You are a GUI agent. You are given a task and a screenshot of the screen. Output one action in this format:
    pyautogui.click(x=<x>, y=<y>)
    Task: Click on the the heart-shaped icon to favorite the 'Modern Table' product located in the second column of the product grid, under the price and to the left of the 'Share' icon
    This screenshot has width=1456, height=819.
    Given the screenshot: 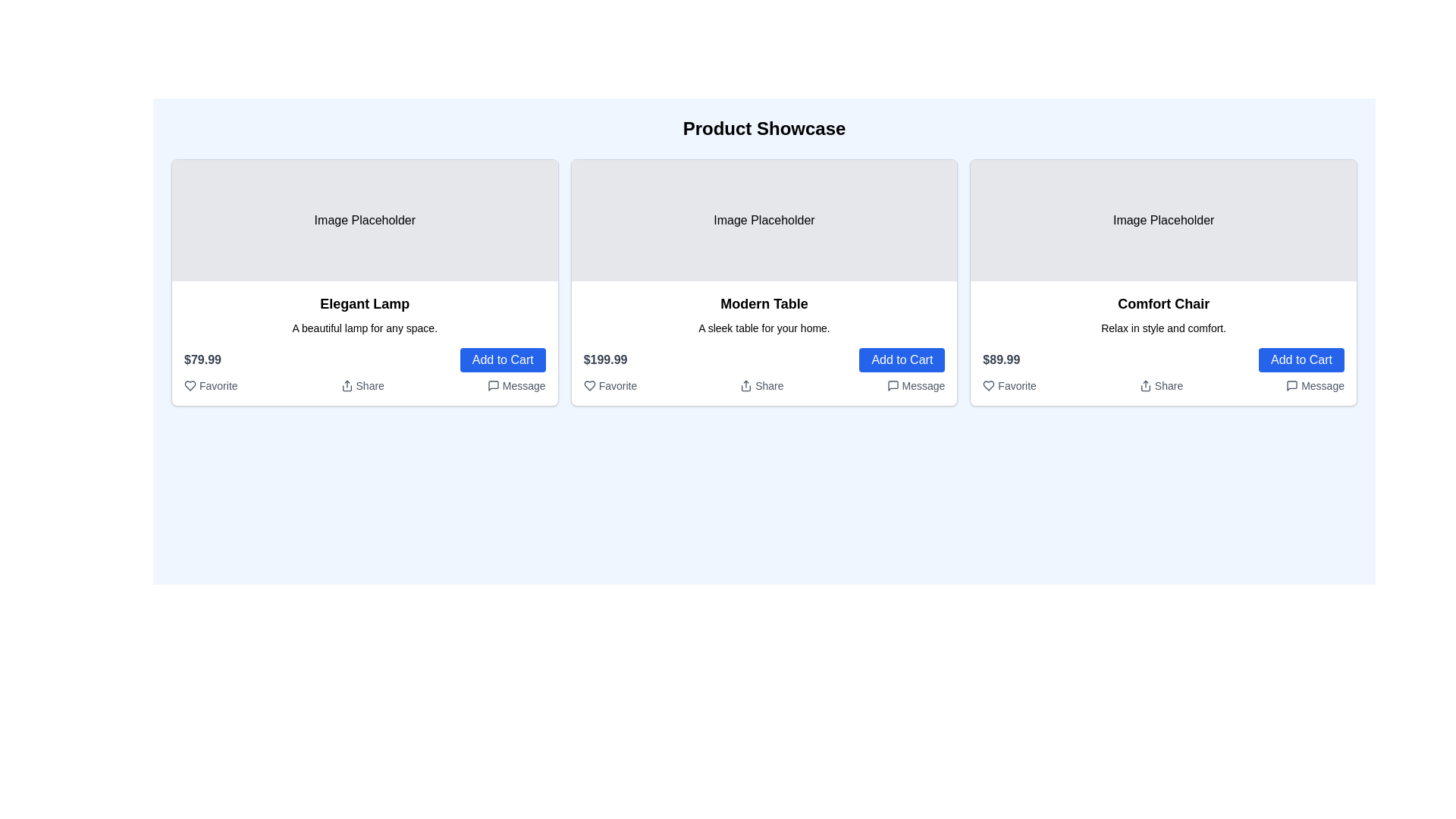 What is the action you would take?
    pyautogui.click(x=588, y=385)
    